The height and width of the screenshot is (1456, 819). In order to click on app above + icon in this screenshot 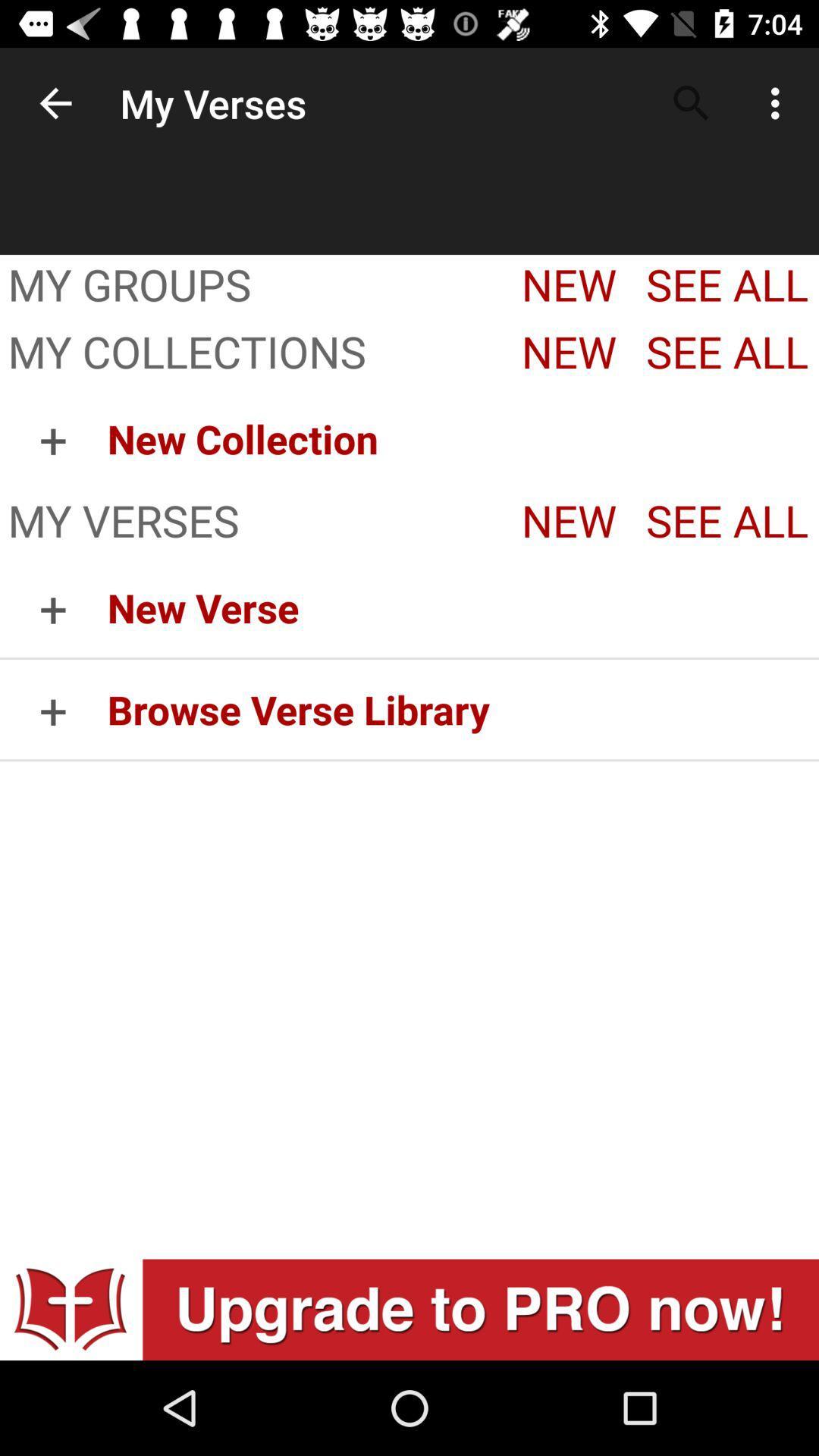, I will do `click(250, 353)`.